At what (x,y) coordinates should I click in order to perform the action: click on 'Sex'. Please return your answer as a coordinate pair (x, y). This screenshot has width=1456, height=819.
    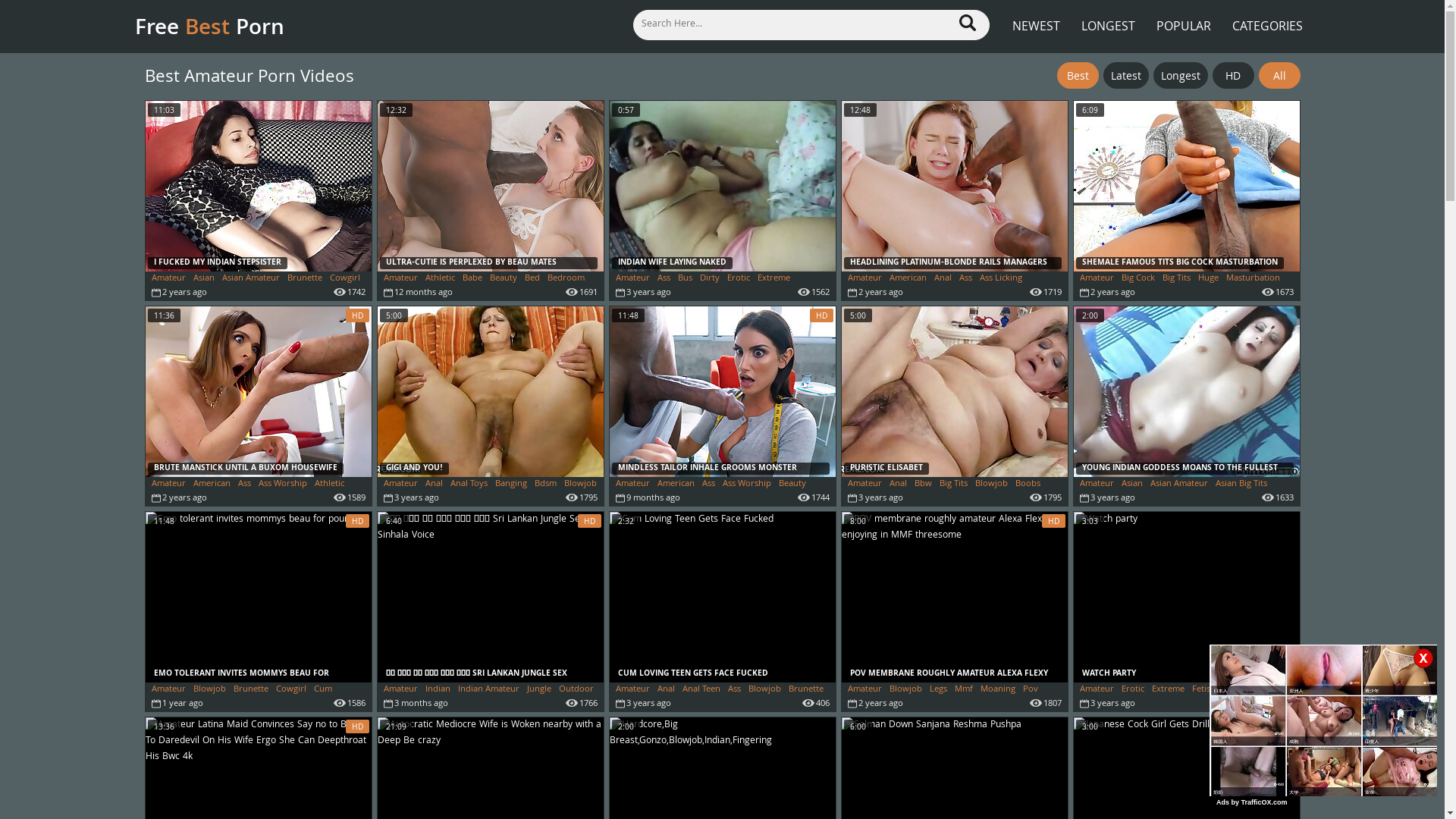
    Looking at the image, I should click on (390, 702).